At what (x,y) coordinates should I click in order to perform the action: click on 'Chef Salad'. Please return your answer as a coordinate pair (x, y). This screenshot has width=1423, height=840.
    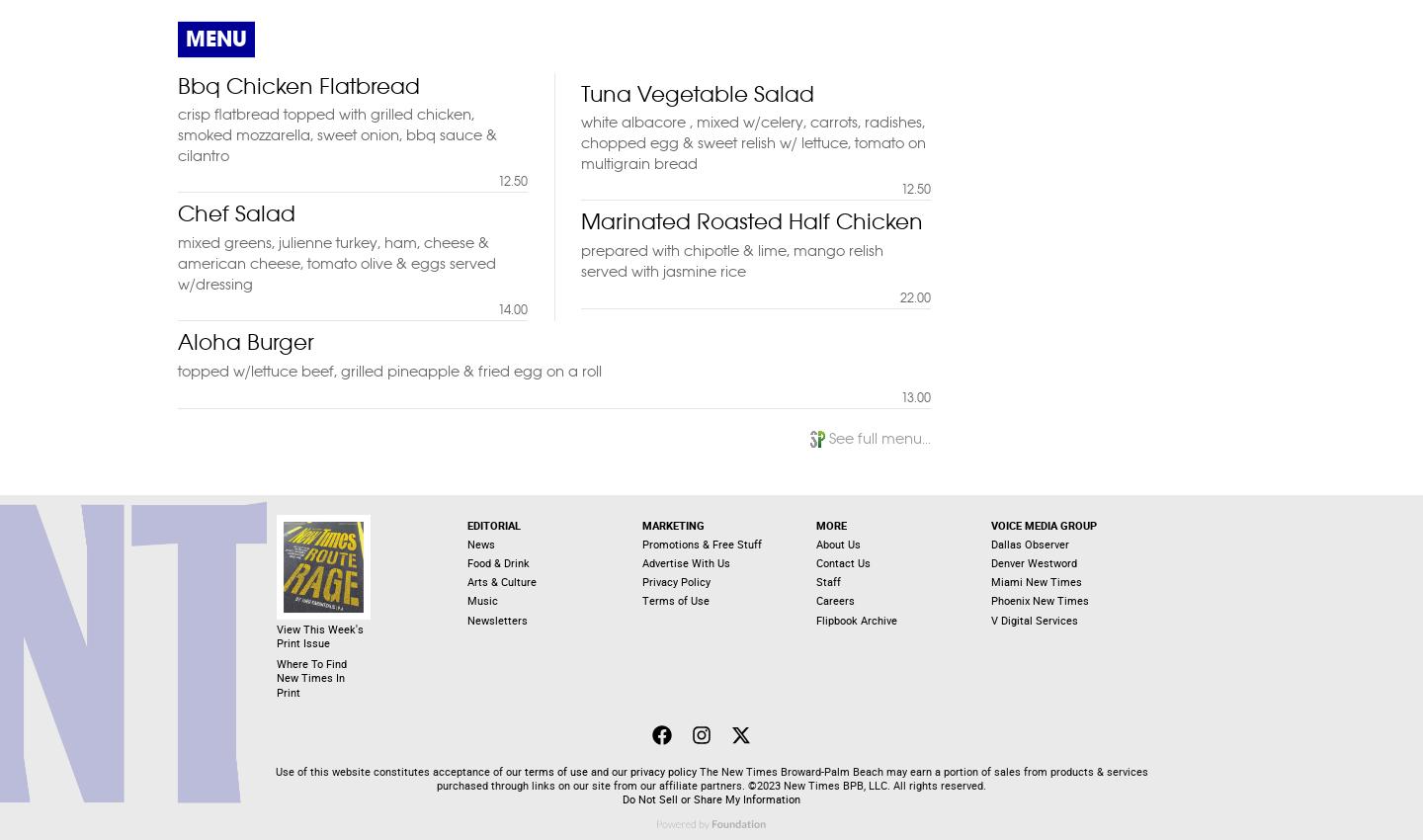
    Looking at the image, I should click on (236, 212).